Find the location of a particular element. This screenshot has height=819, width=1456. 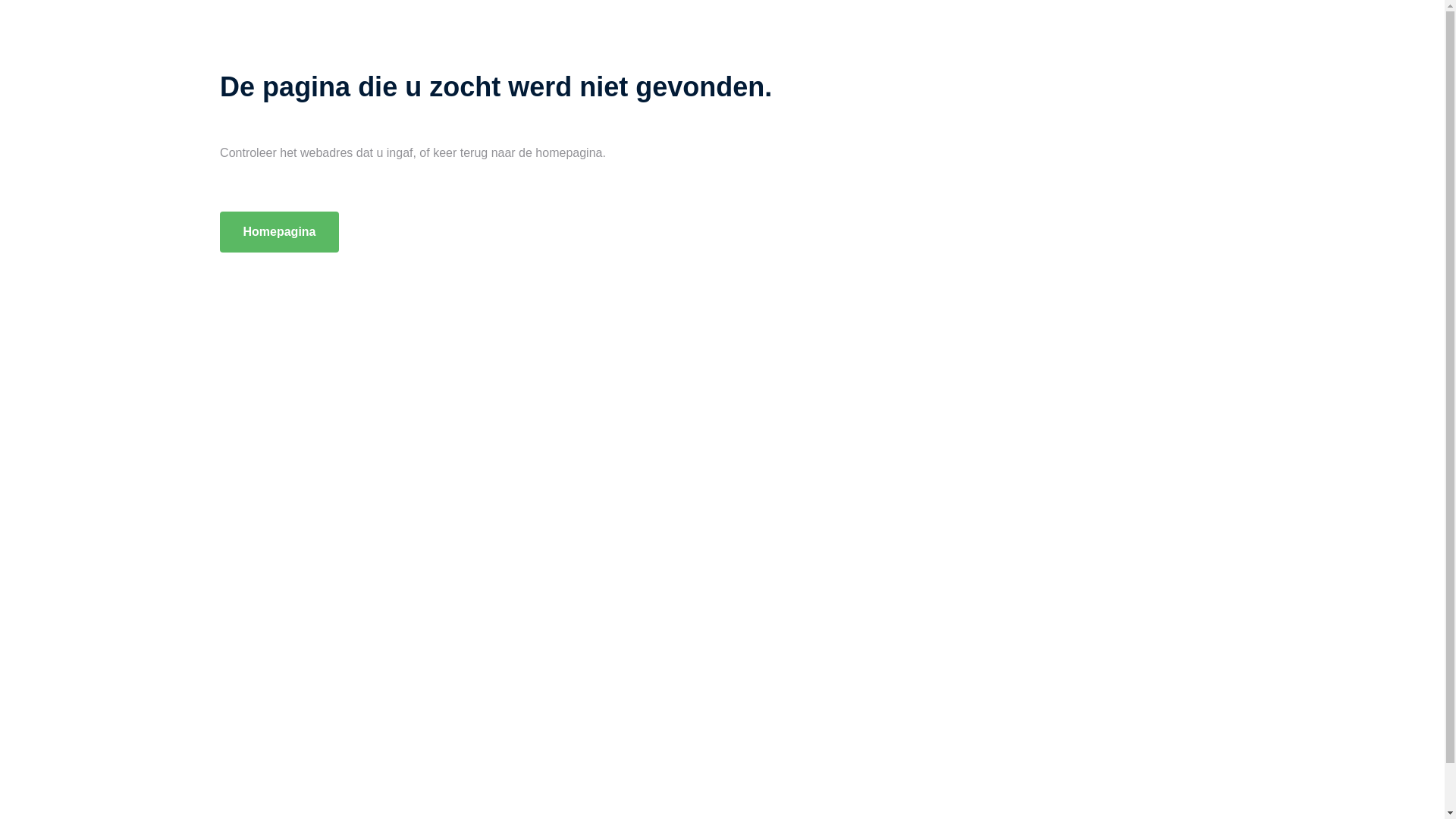

'Homepagina' is located at coordinates (218, 231).